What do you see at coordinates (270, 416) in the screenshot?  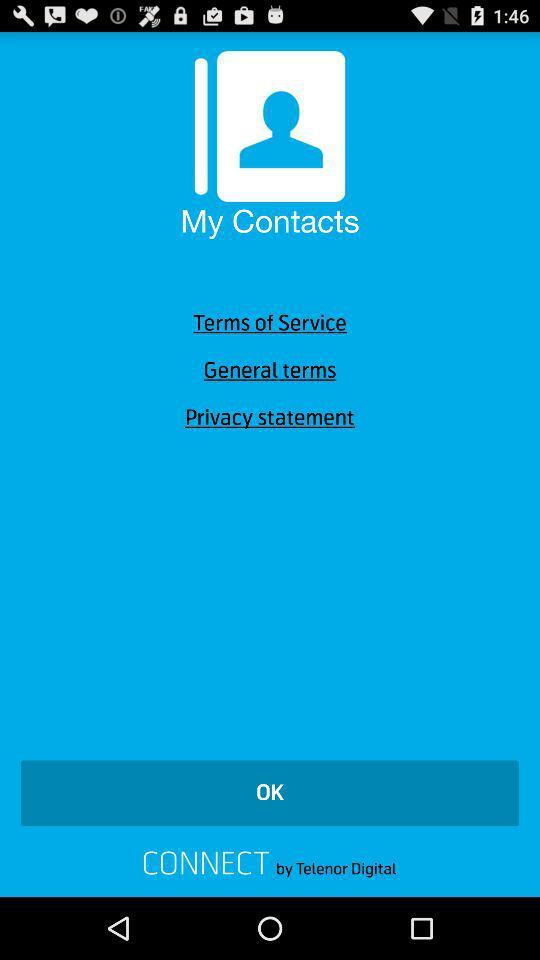 I see `icon below the general terms icon` at bounding box center [270, 416].